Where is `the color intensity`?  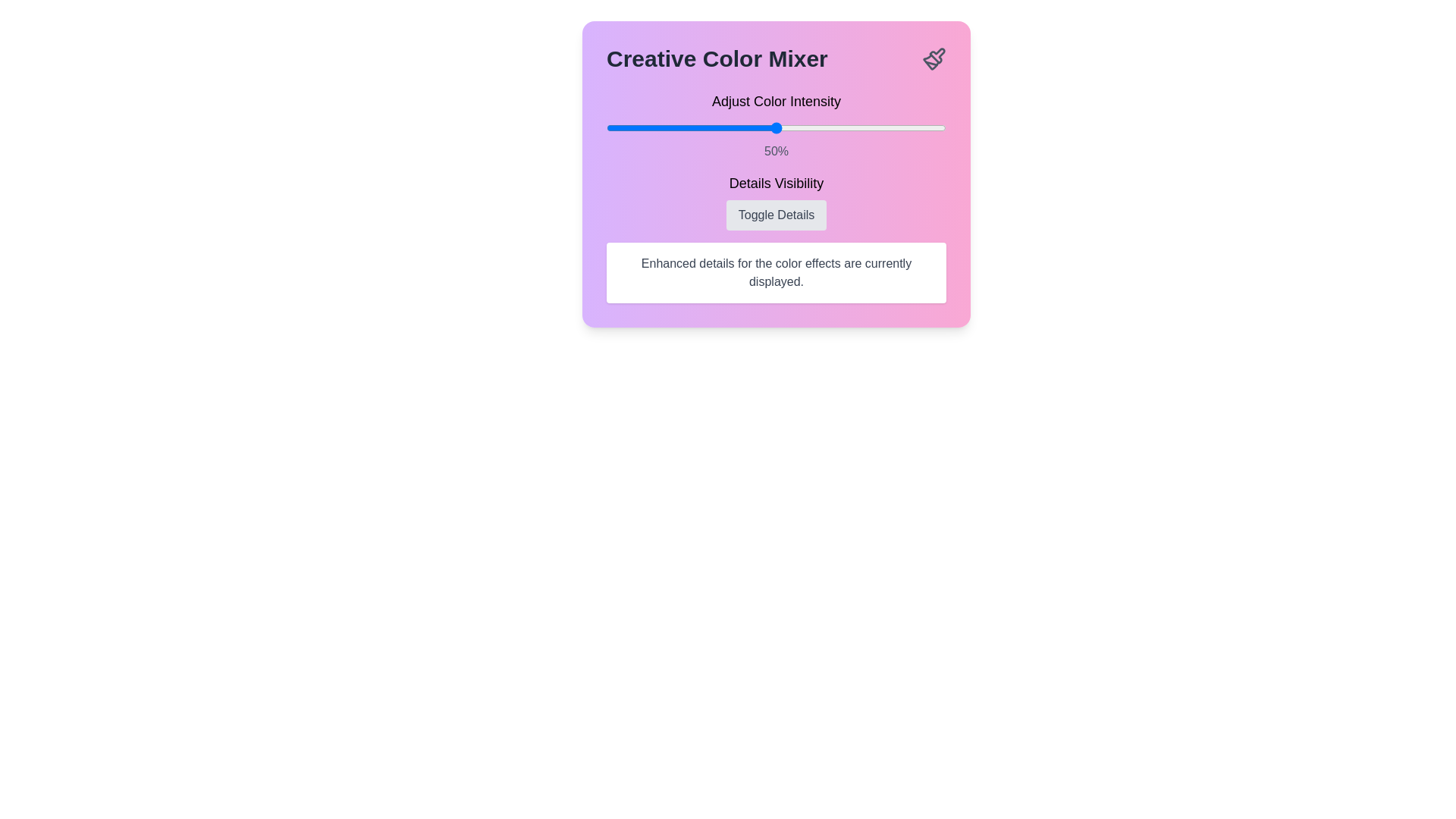 the color intensity is located at coordinates (843, 127).